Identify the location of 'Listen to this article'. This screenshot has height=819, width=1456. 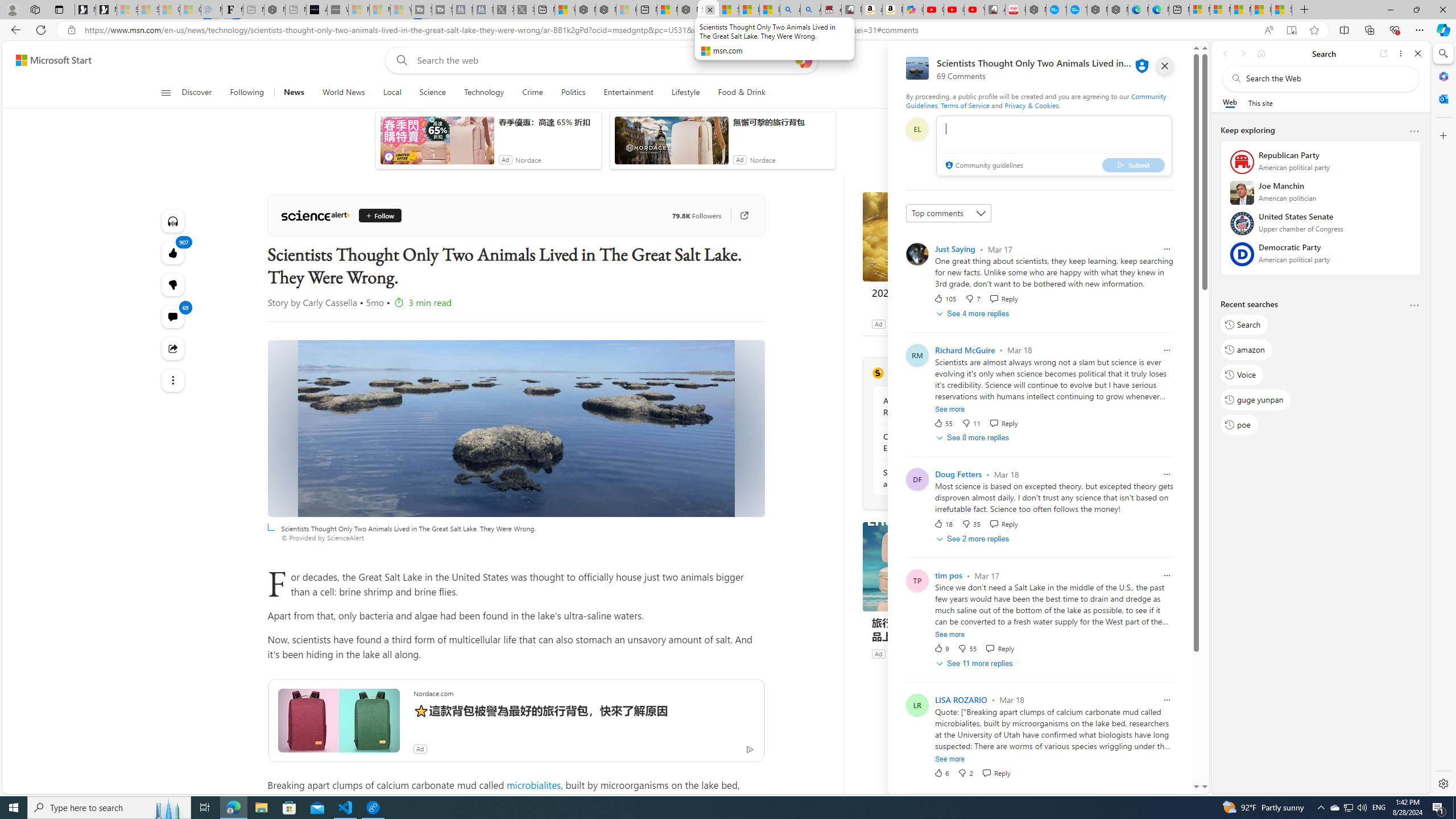
(172, 221).